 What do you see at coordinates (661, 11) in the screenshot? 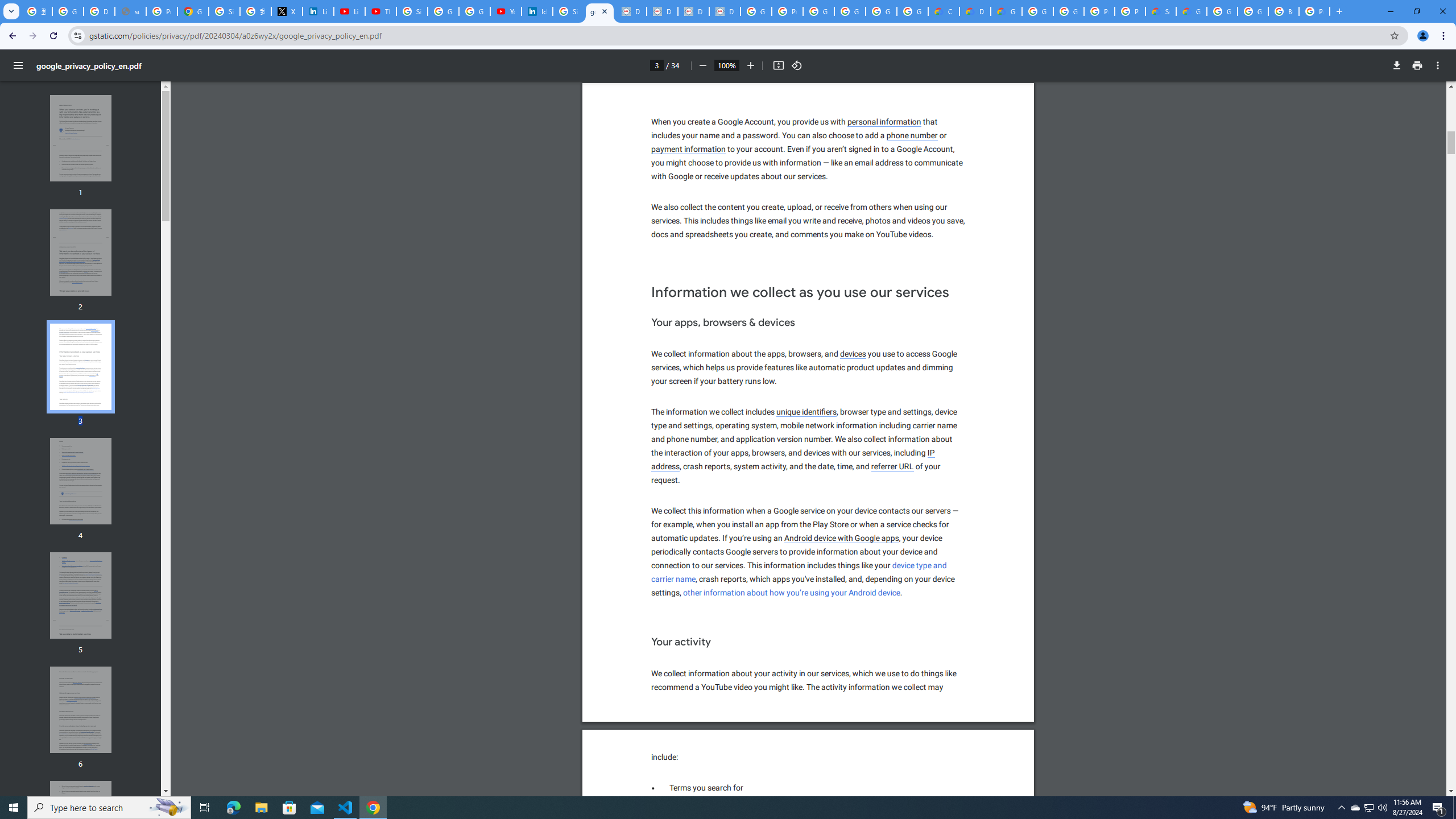
I see `'Data Privacy Framework'` at bounding box center [661, 11].